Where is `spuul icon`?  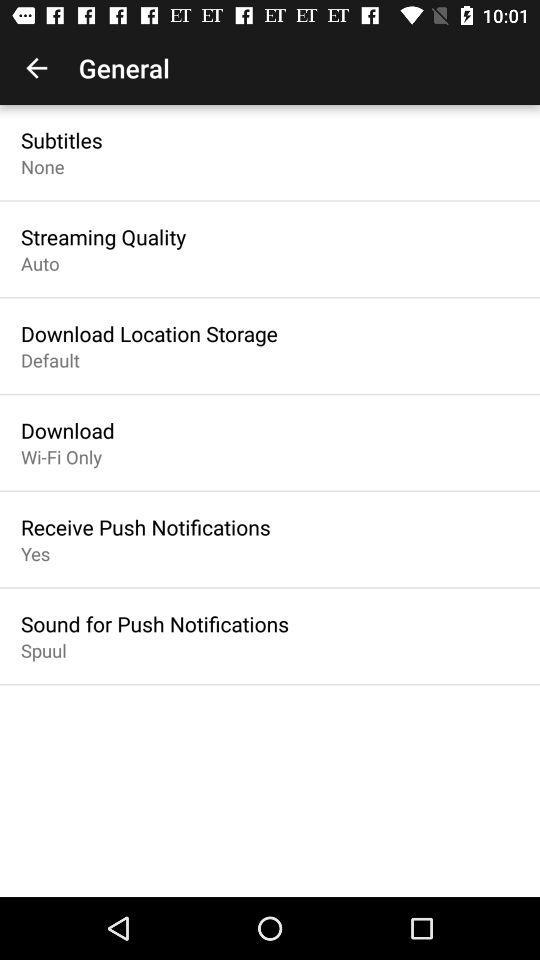 spuul icon is located at coordinates (43, 649).